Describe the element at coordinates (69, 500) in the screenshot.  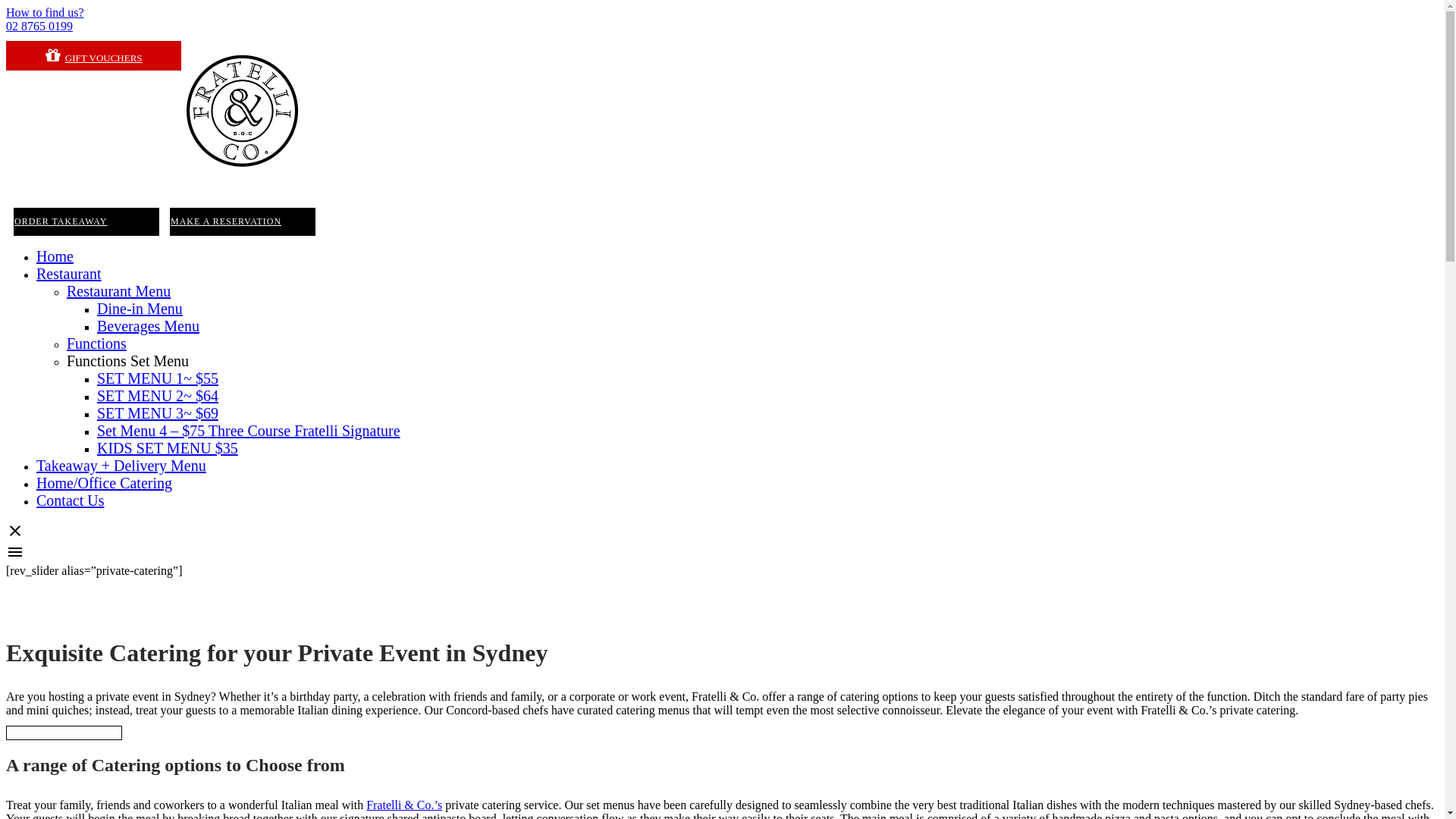
I see `'Contact Us'` at that location.